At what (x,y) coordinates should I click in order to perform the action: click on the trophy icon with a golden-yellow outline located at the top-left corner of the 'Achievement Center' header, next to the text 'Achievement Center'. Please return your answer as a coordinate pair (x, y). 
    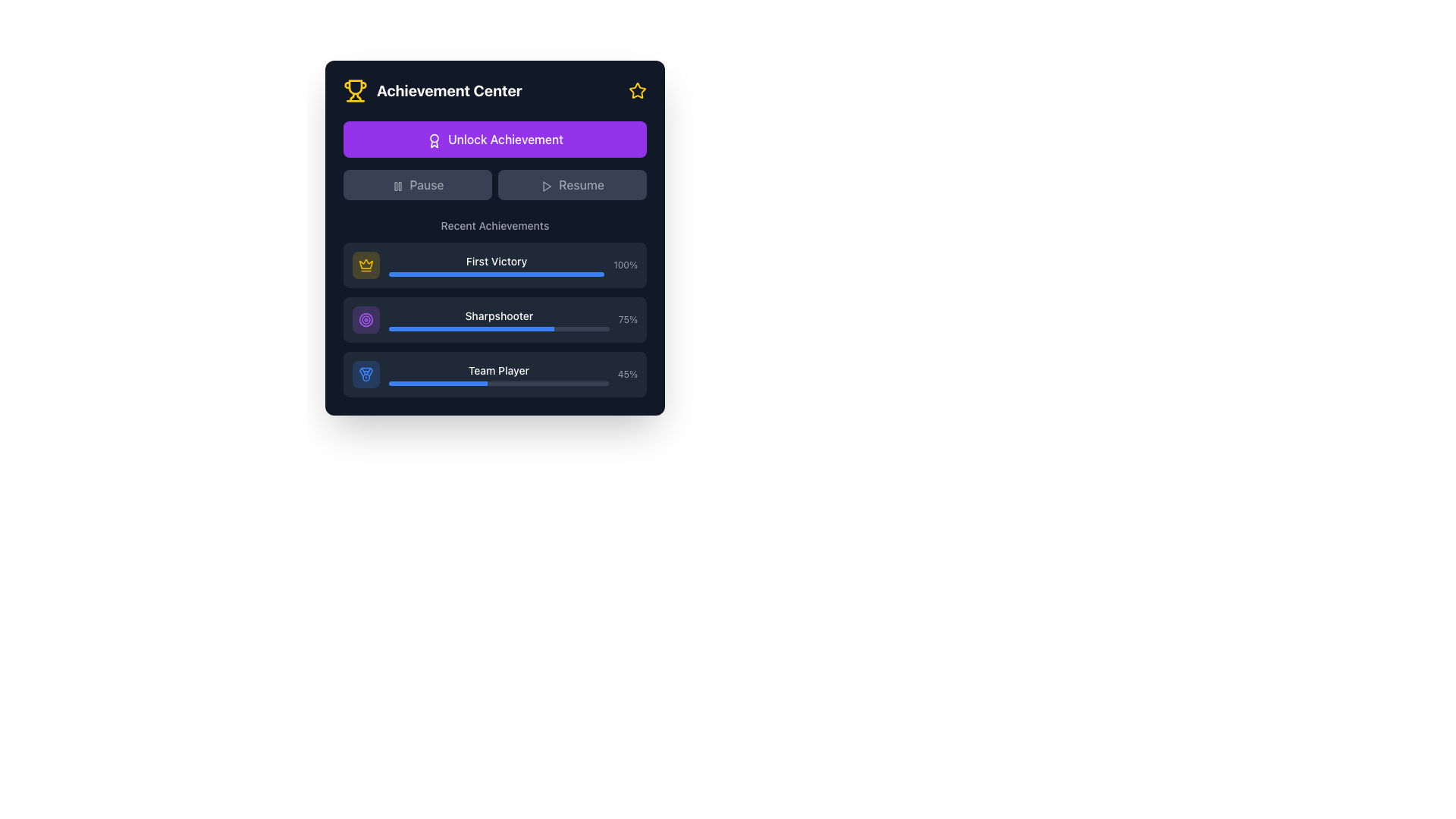
    Looking at the image, I should click on (355, 90).